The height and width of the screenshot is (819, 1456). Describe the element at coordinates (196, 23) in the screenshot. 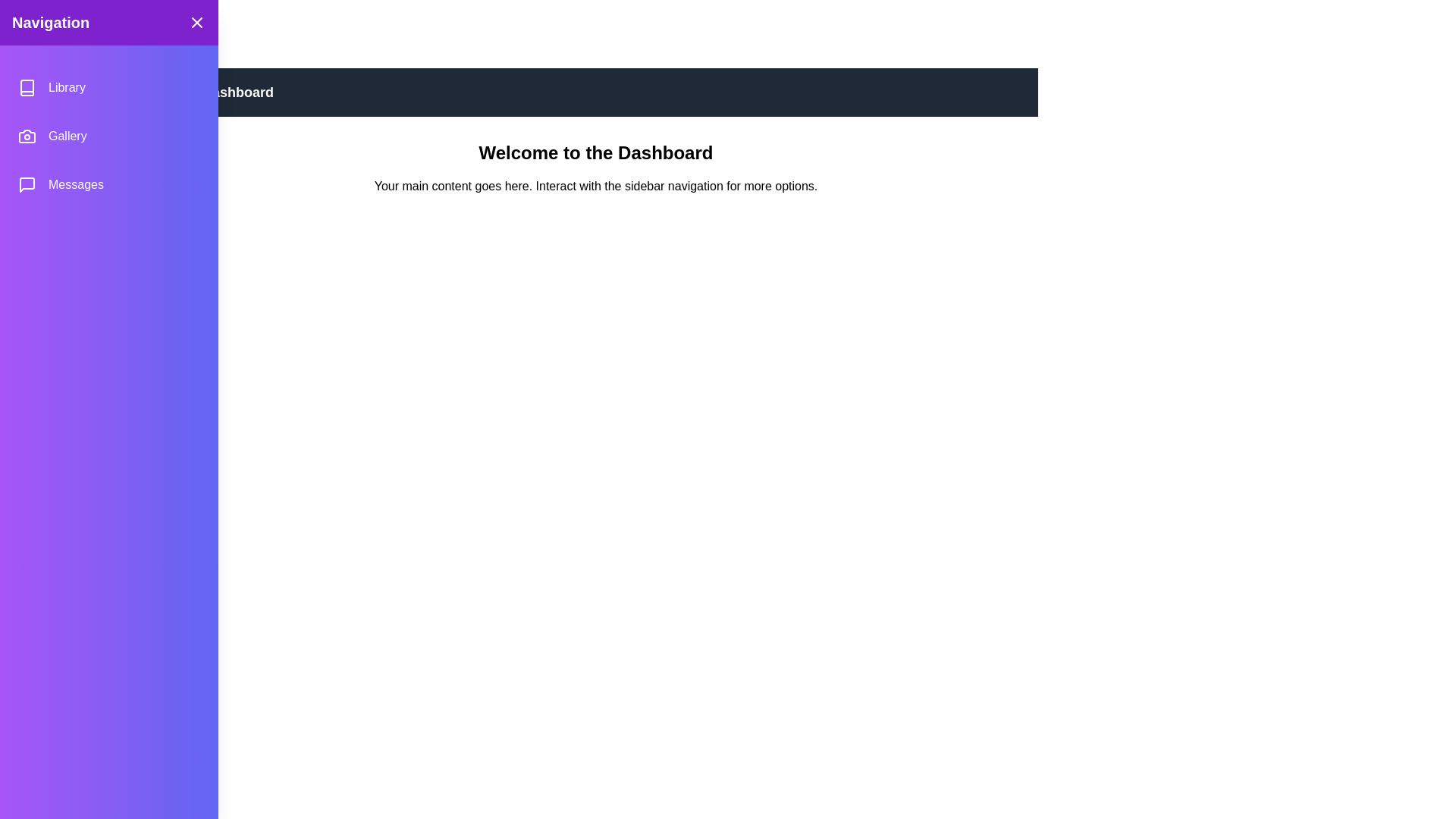

I see `the Close Icon (SVG) located in the top-right corner of the left sidebar's header area to possibly reveal a tooltip` at that location.